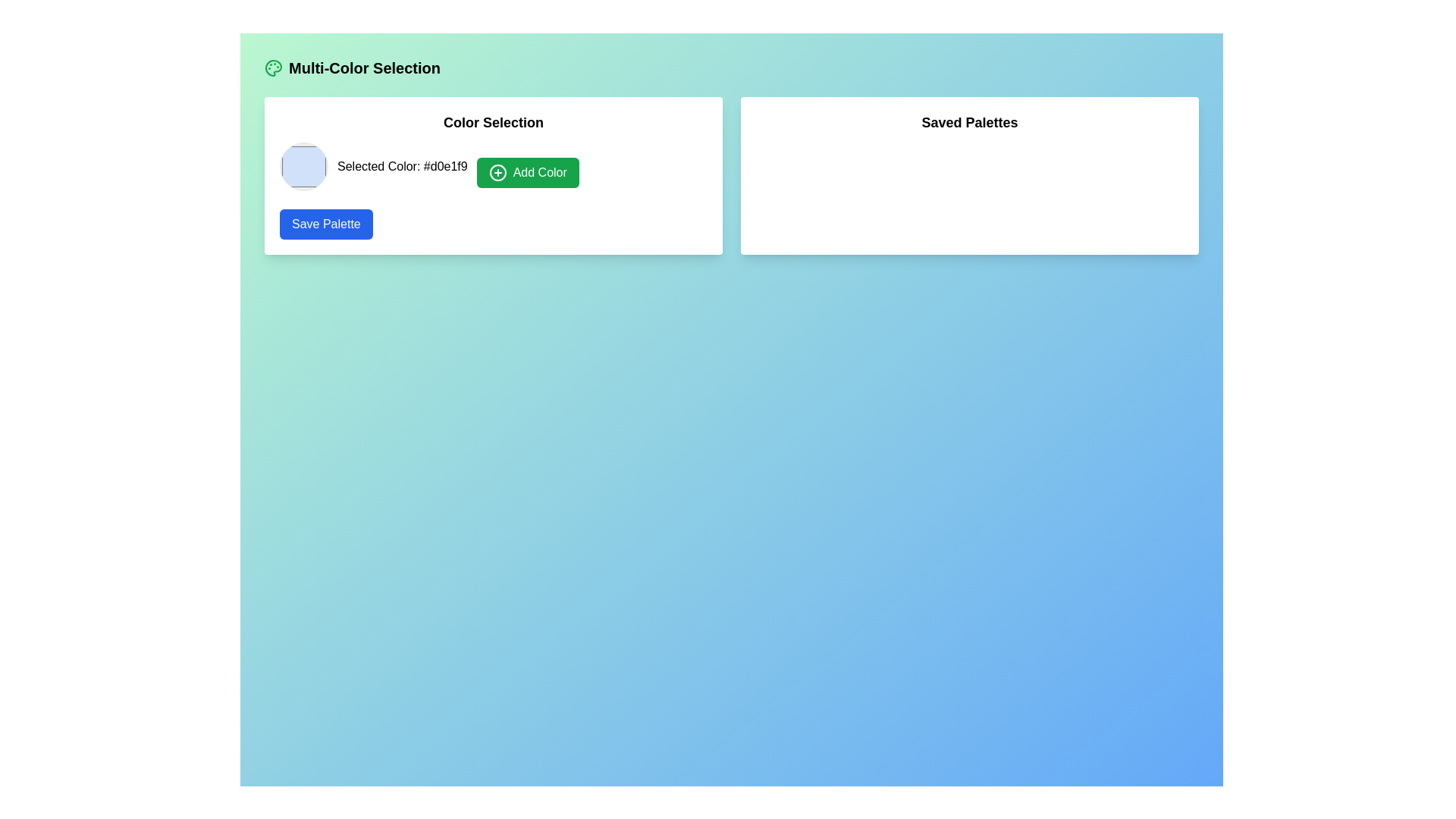 Image resolution: width=1456 pixels, height=819 pixels. What do you see at coordinates (497, 171) in the screenshot?
I see `the icon indicating the action of adding a color, which is located to the left of the 'Add Color' label within the green button in the 'Color Selection' section` at bounding box center [497, 171].